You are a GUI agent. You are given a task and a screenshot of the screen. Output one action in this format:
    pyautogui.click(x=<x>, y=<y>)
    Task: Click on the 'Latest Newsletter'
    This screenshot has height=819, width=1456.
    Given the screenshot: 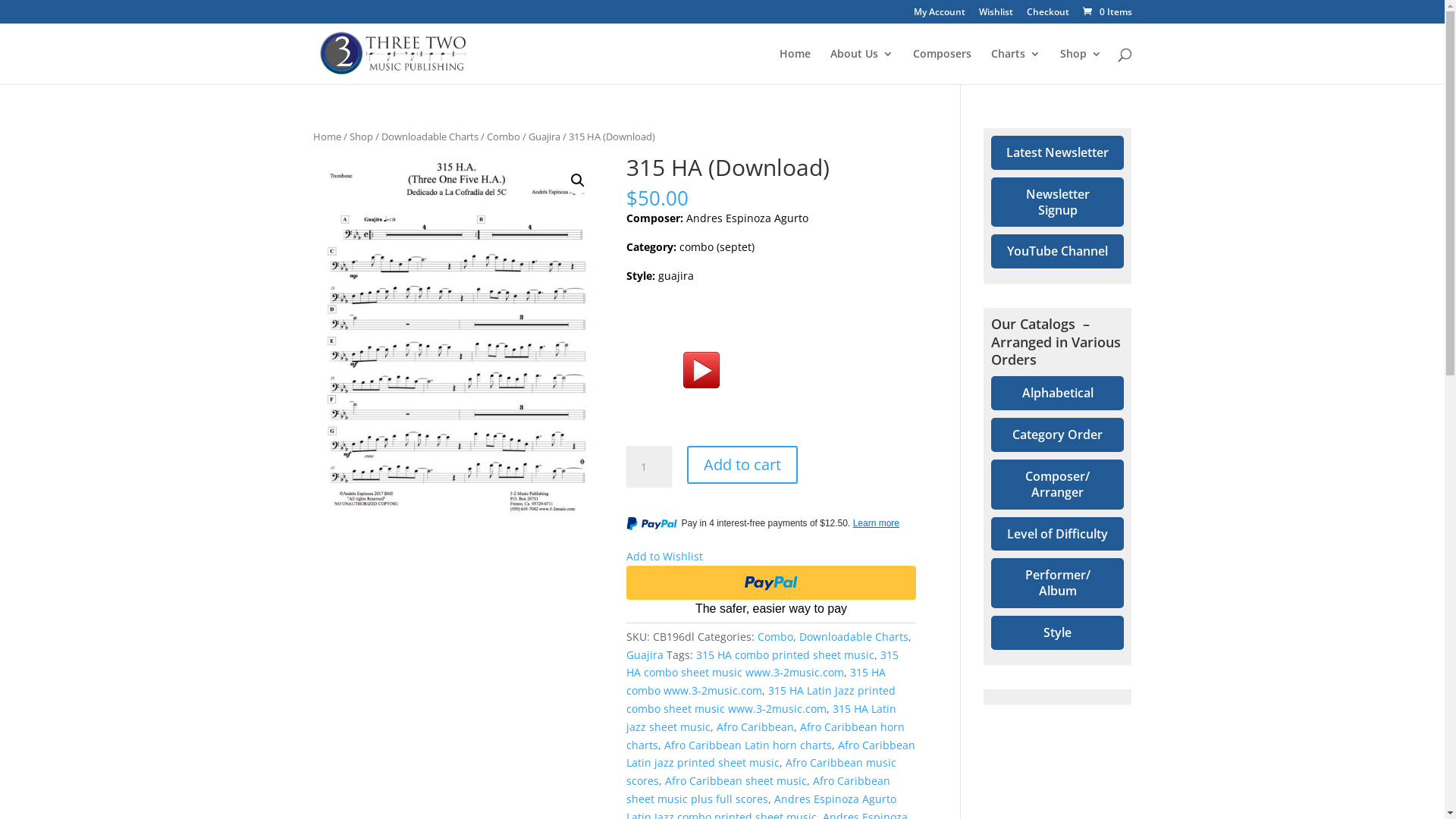 What is the action you would take?
    pyautogui.click(x=1056, y=152)
    